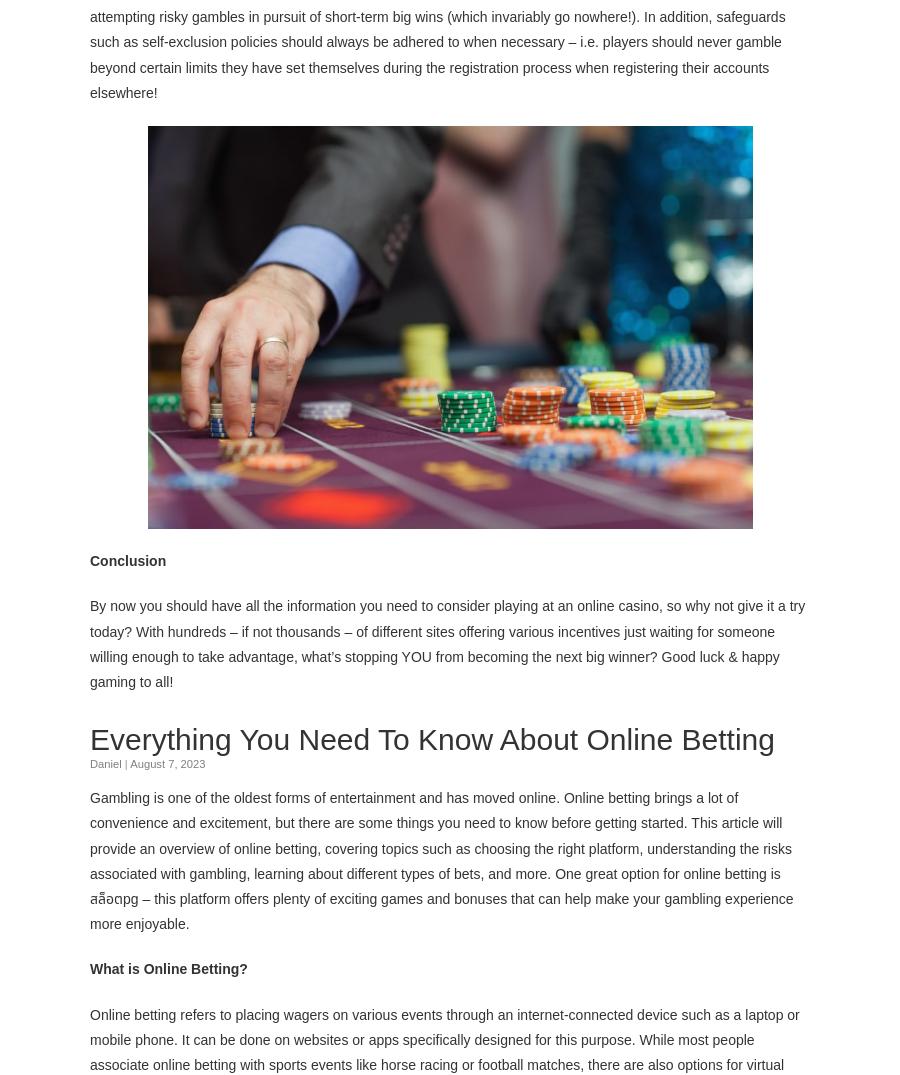 This screenshot has height=1075, width=900. What do you see at coordinates (89, 559) in the screenshot?
I see `'Conclusion'` at bounding box center [89, 559].